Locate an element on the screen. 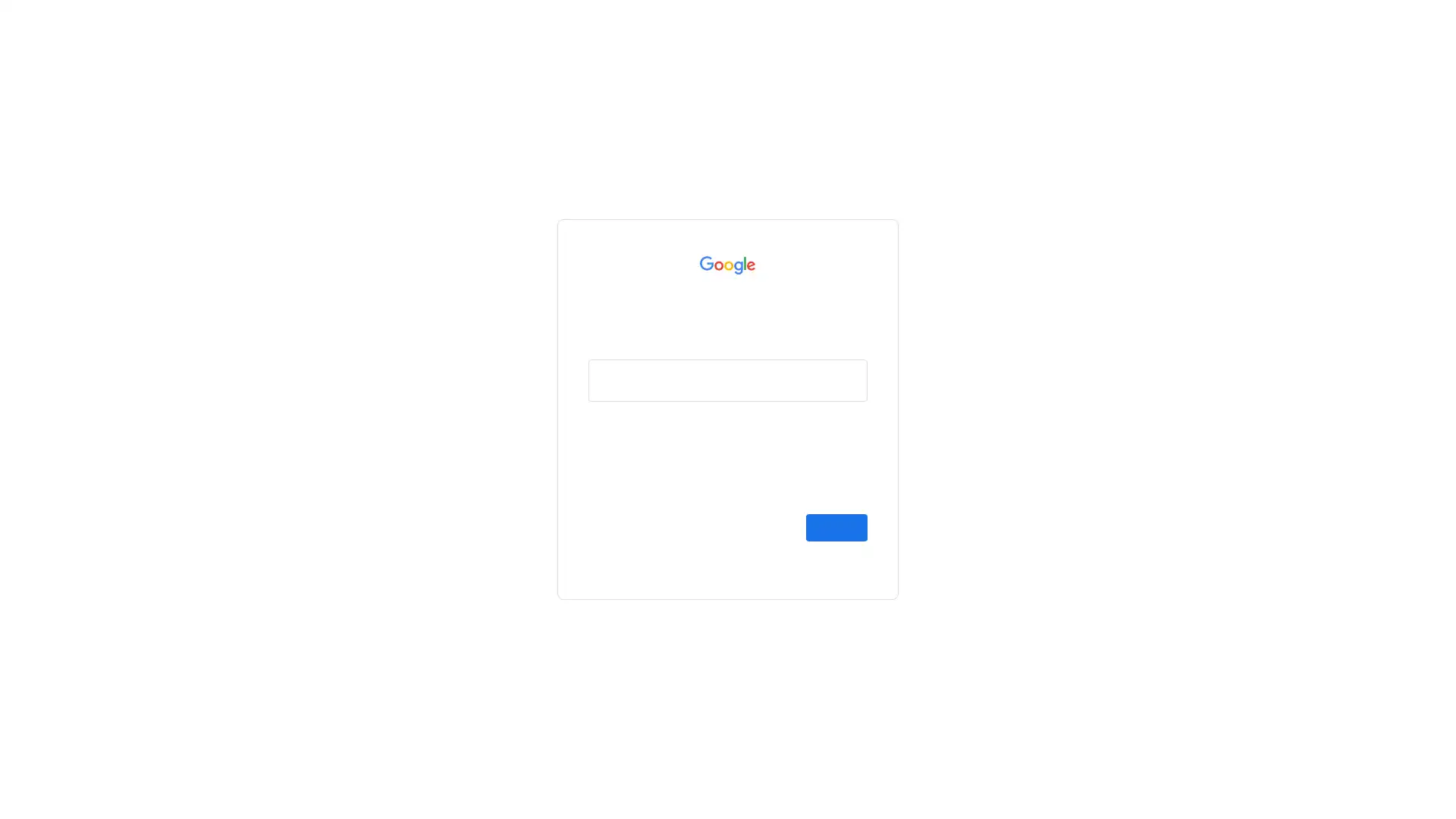  Next is located at coordinates (836, 526).